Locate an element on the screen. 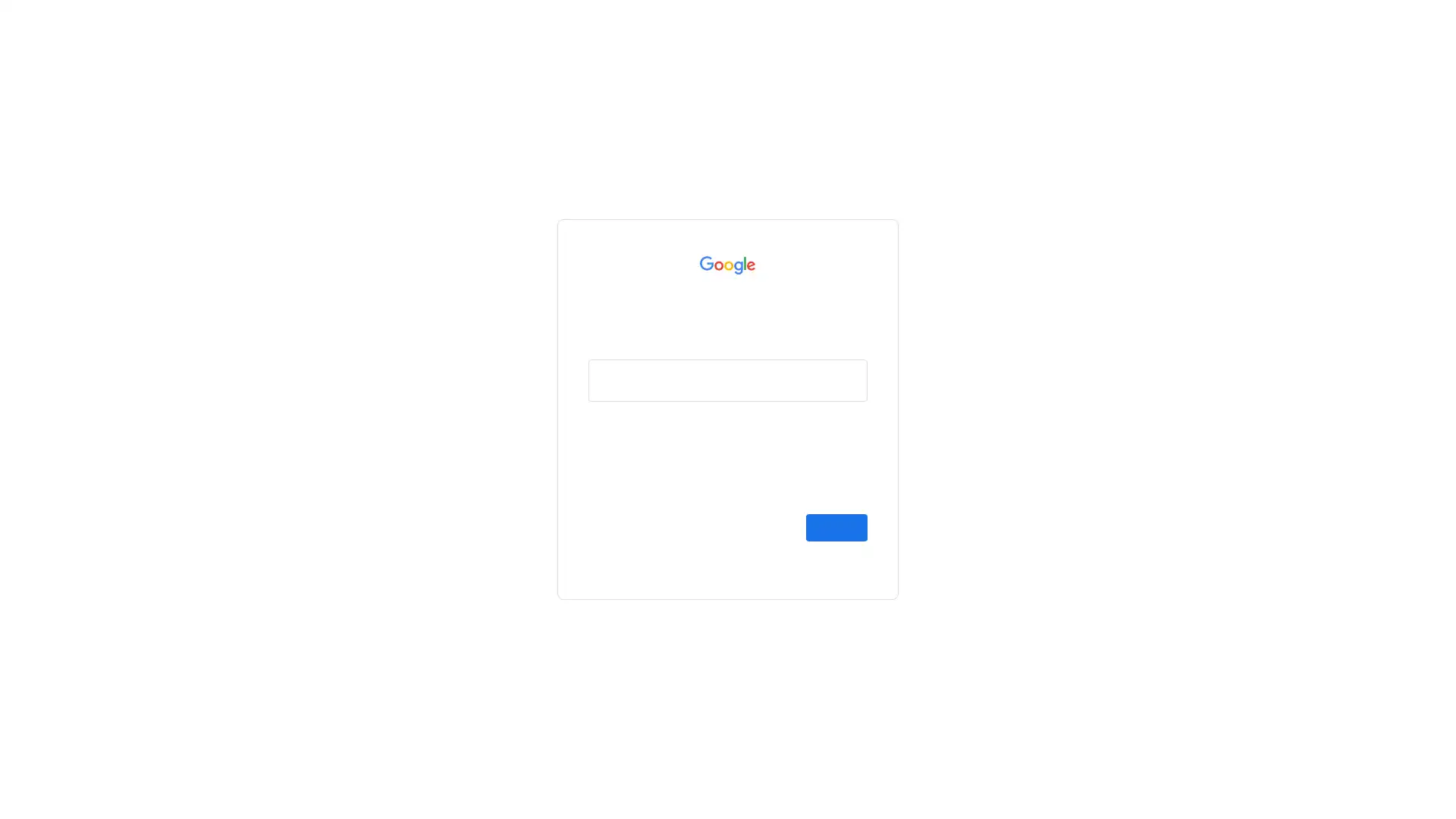  Next is located at coordinates (836, 526).